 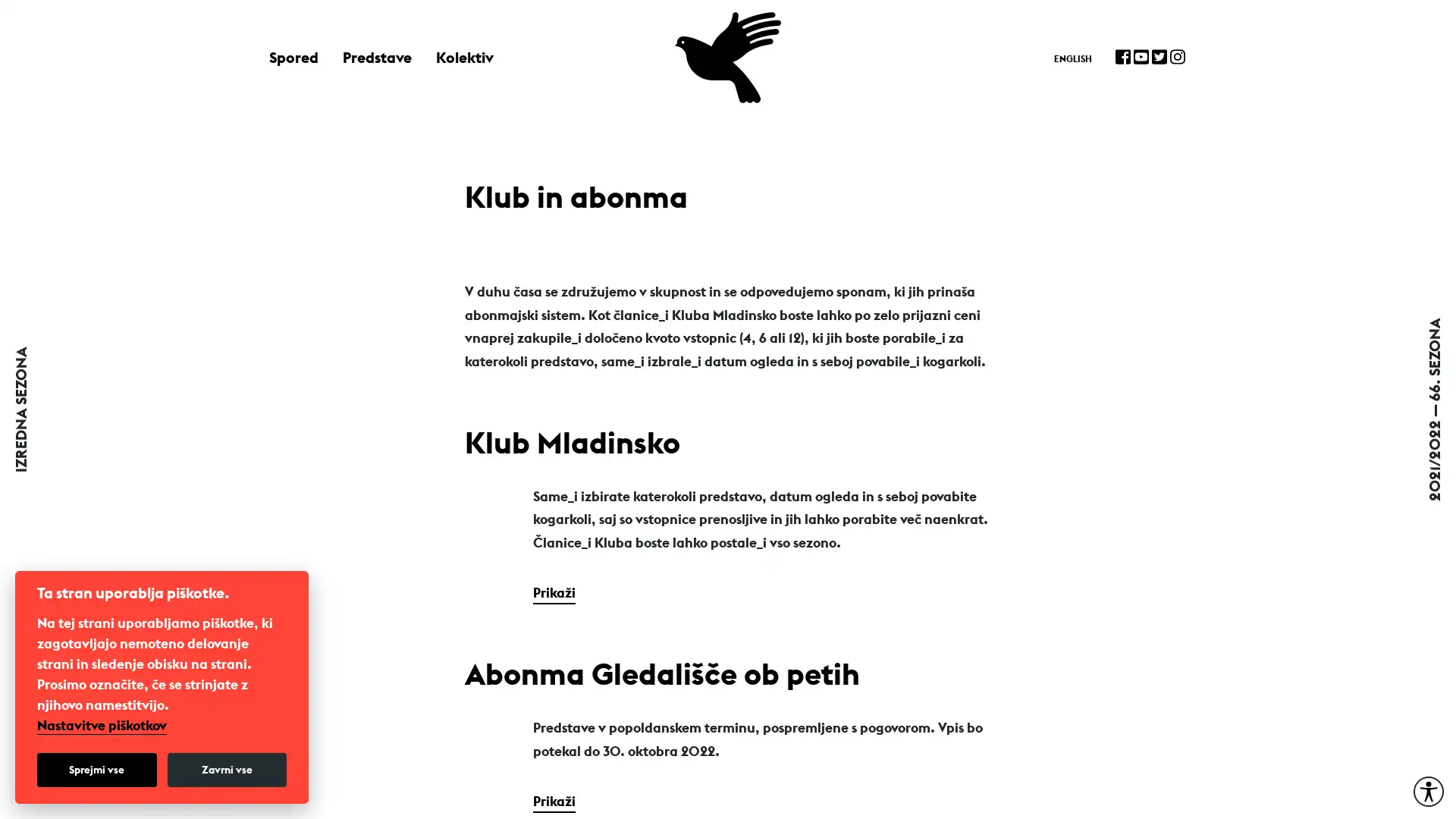 I want to click on Zavrni vse, so click(x=225, y=769).